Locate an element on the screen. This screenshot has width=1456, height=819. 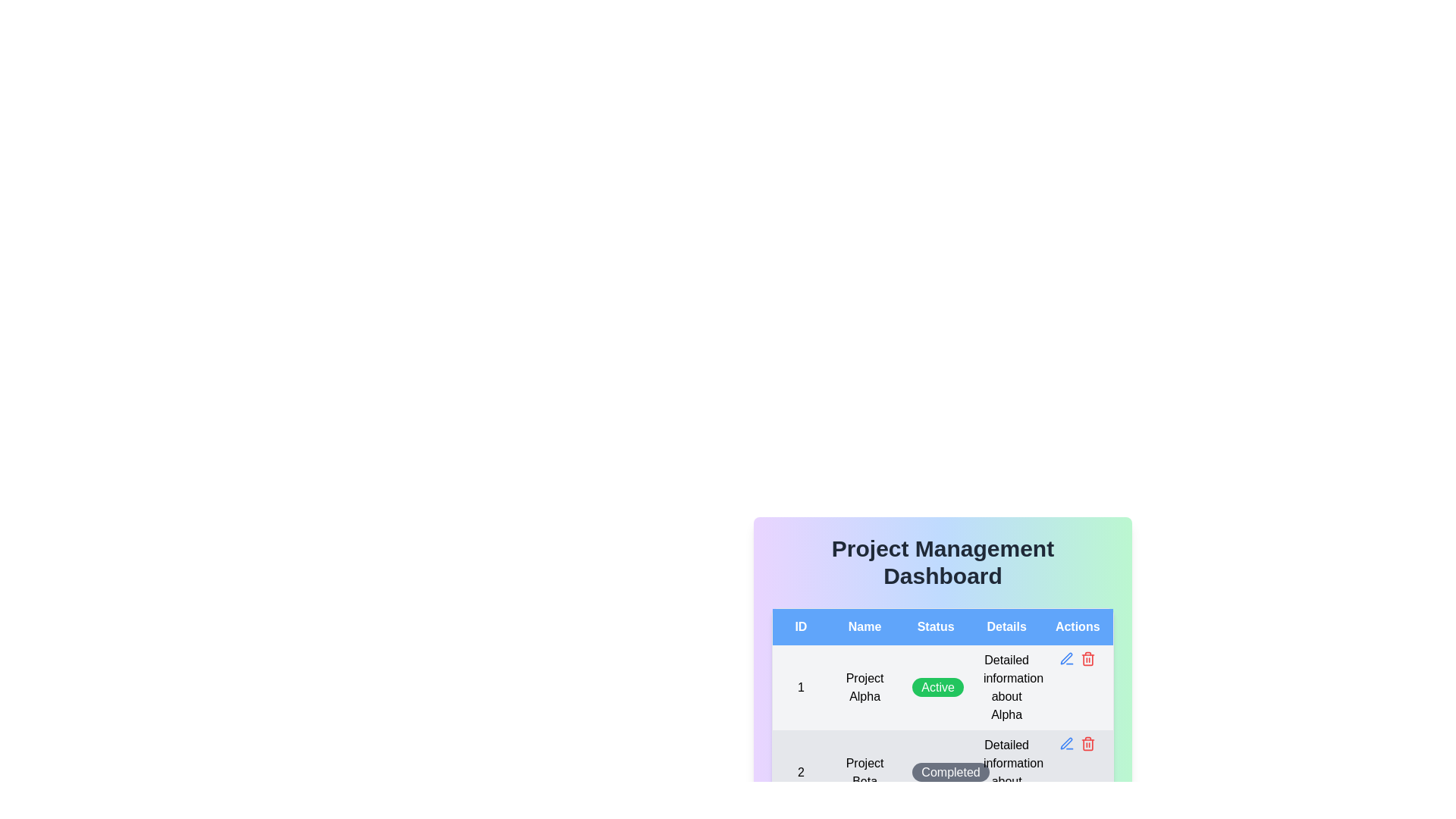
the red trash can icon button in the 'Actions' column is located at coordinates (1087, 742).